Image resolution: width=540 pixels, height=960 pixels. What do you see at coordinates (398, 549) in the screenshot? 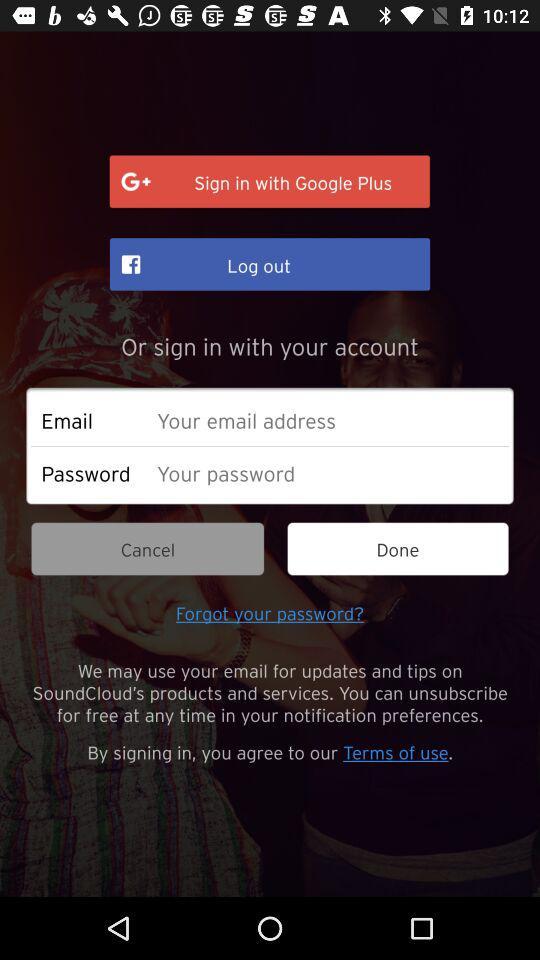
I see `the icon next to the cancel` at bounding box center [398, 549].